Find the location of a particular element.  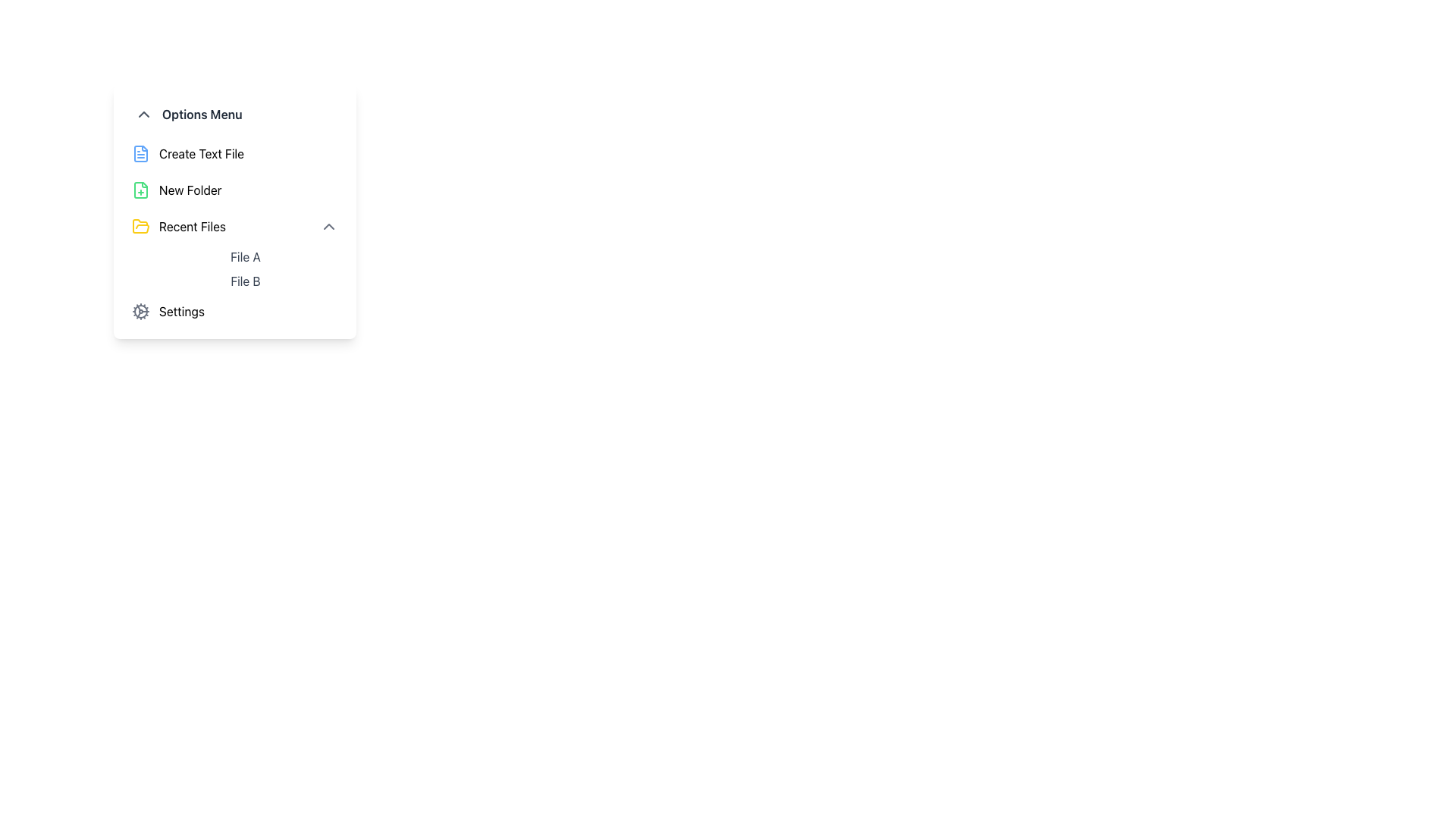

the yellow folder-shaped icon located to the left of the 'Recent Files' text in the vertical menu list is located at coordinates (141, 227).